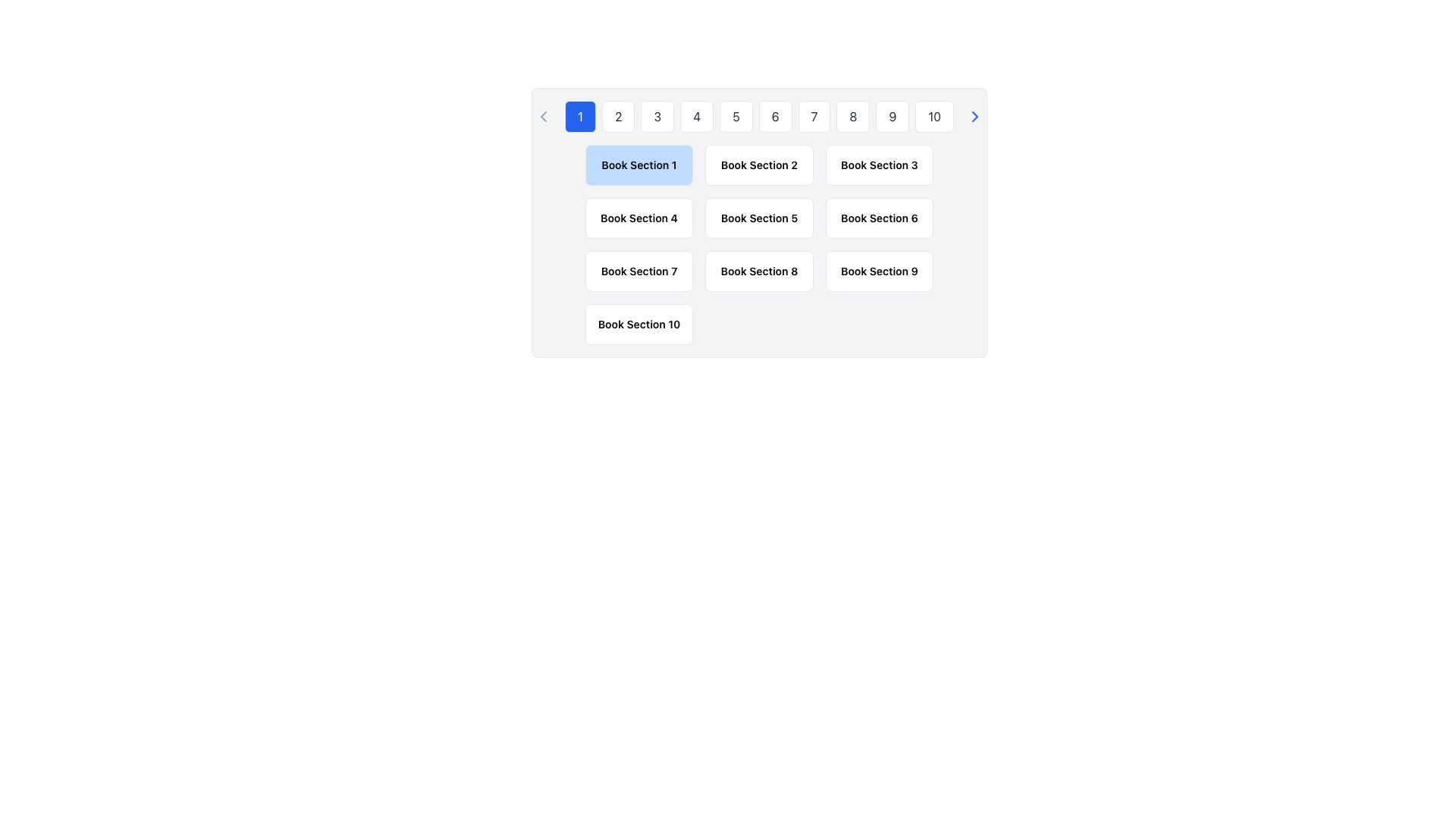 Image resolution: width=1456 pixels, height=819 pixels. What do you see at coordinates (639, 324) in the screenshot?
I see `the text label 'Book Section 10' which is displayed in bold and smaller font within a rounded rectangular card in the bottom-right corner of a grid structure` at bounding box center [639, 324].